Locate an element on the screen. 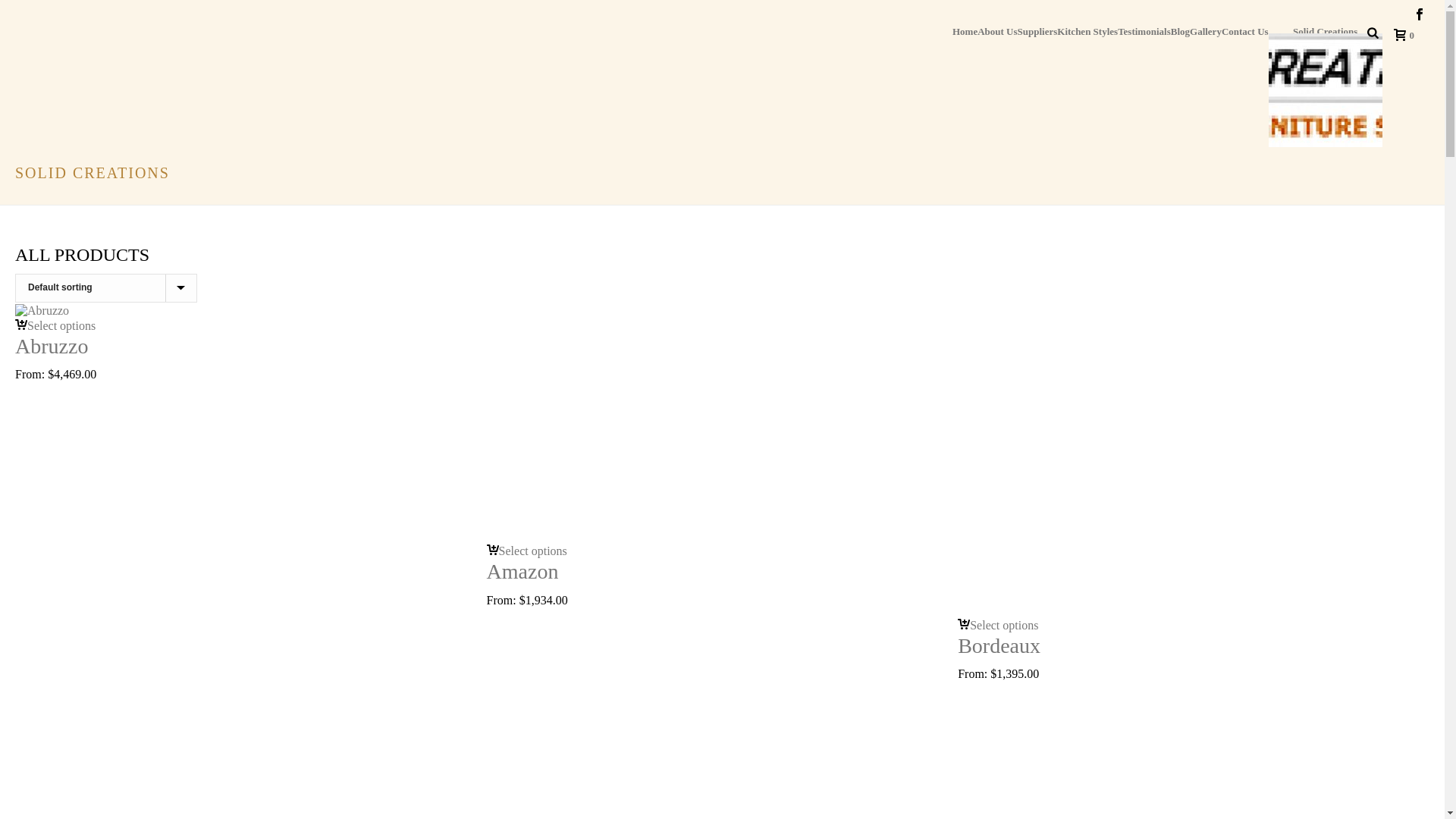  'Testimonials' is located at coordinates (1117, 30).